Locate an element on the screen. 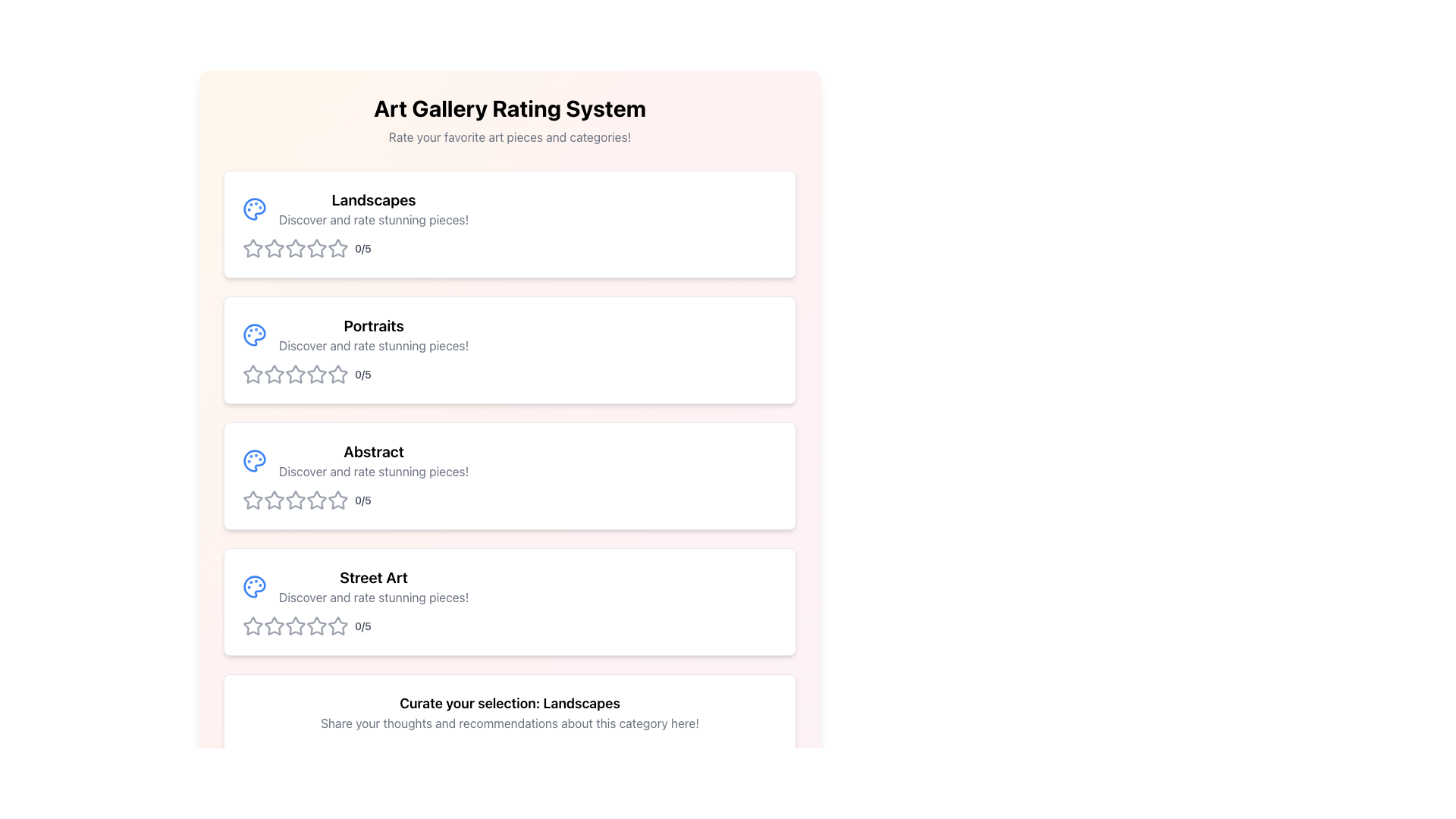  the text label displaying 'Abstract', which is styled prominently as a heading or title in bold and larger font size, indicating it as the third section in the vertically stacked list is located at coordinates (374, 451).